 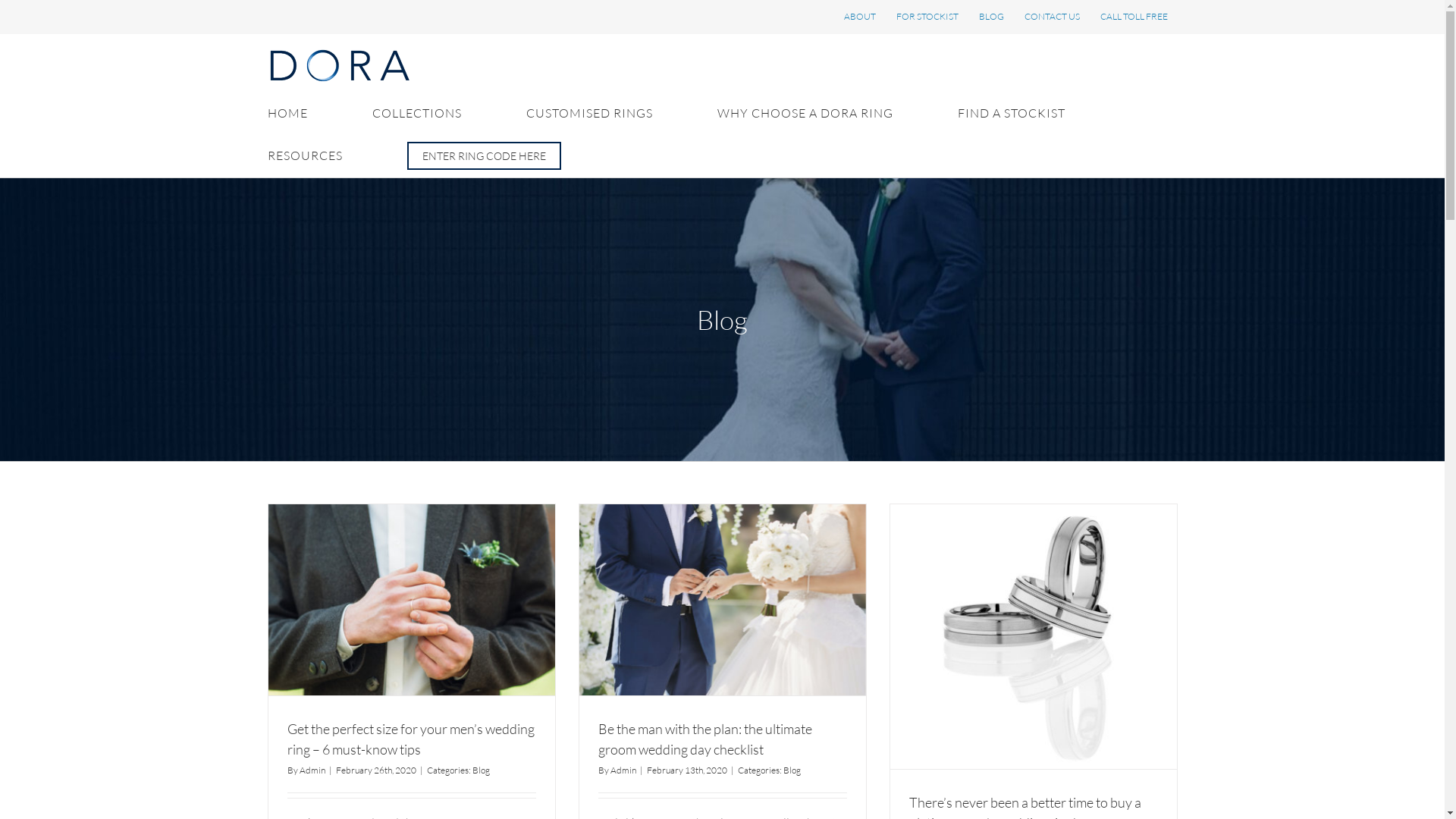 I want to click on 'CALL TOLL FREE', so click(x=1134, y=17).